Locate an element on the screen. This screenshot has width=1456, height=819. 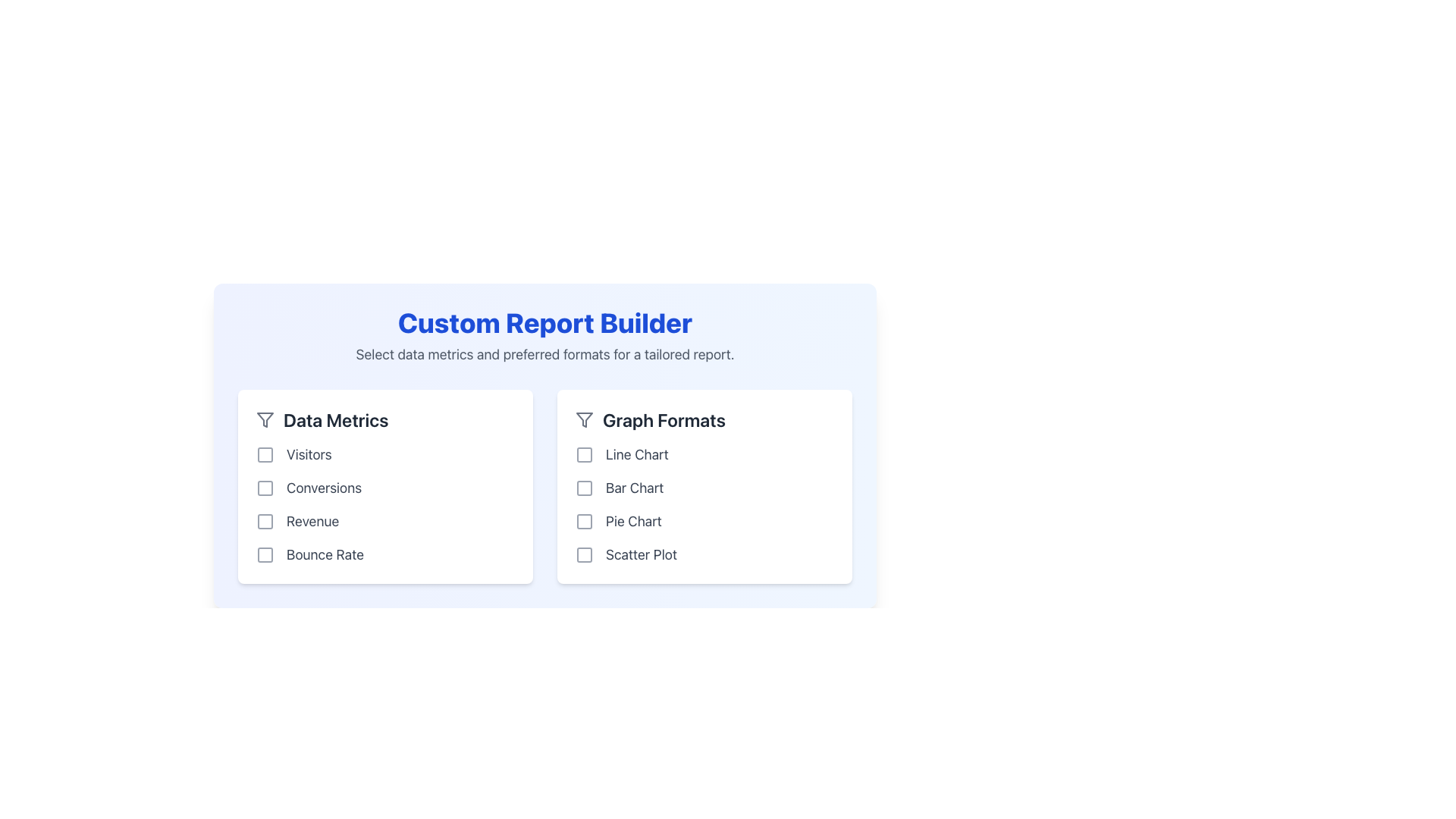
the square-shaped SVG icon of the Checkbox located in the 'Graph Formats' section, to the left of the 'Line Chart' text is located at coordinates (584, 454).